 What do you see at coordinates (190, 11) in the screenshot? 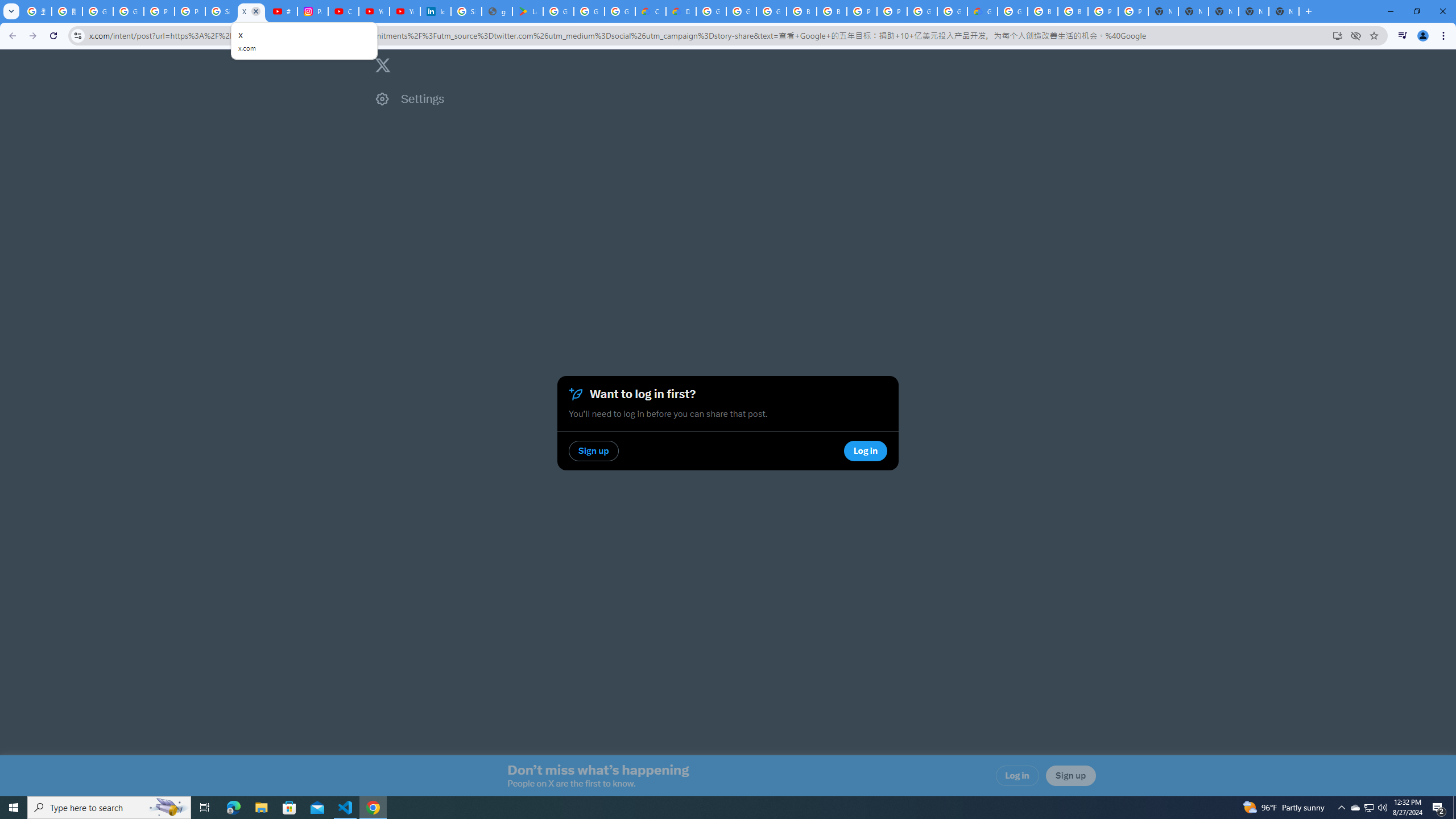
I see `'Privacy Help Center - Policies Help'` at bounding box center [190, 11].